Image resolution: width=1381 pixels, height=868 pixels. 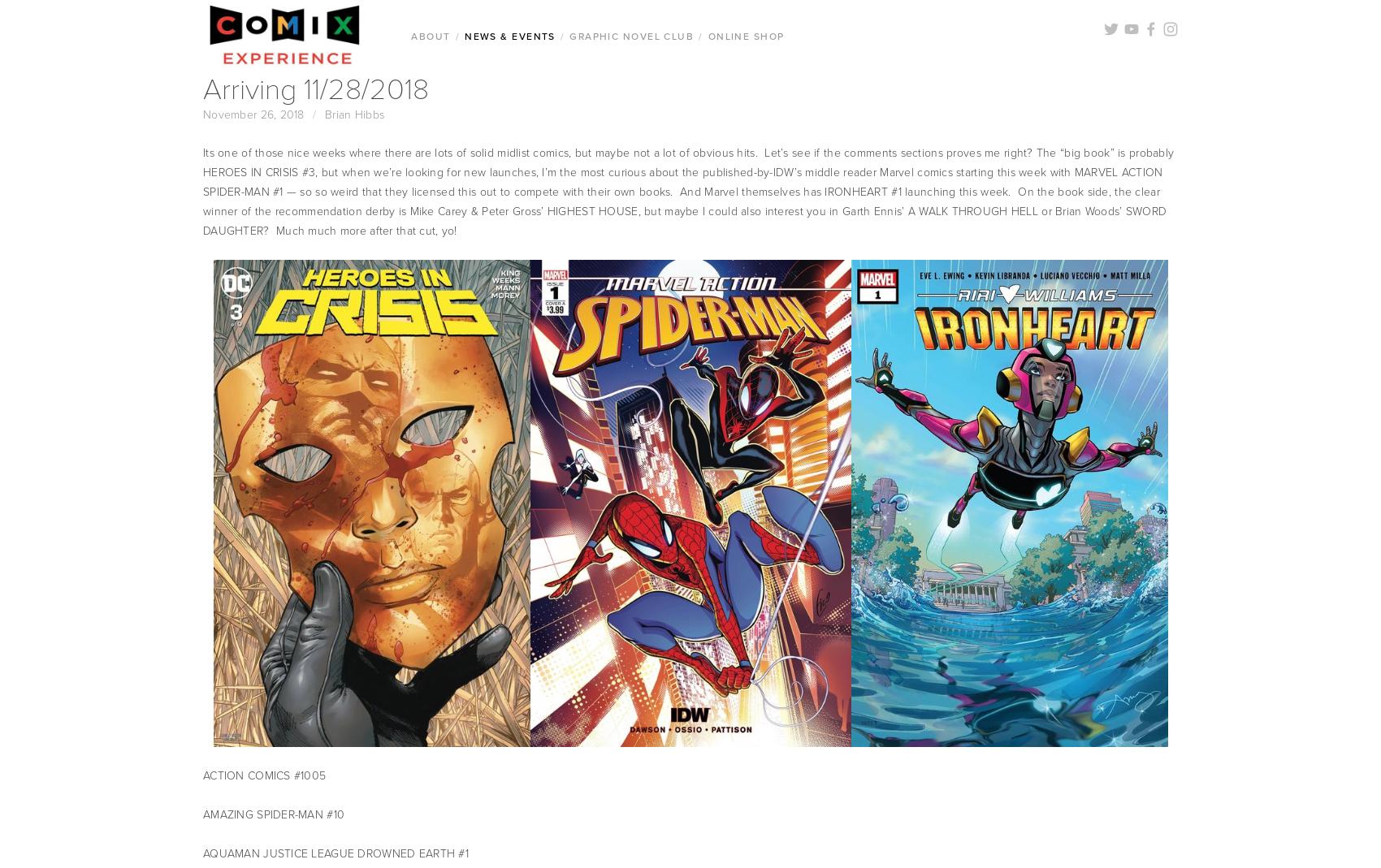 I want to click on 'ACTION COMICS #1005', so click(x=263, y=775).